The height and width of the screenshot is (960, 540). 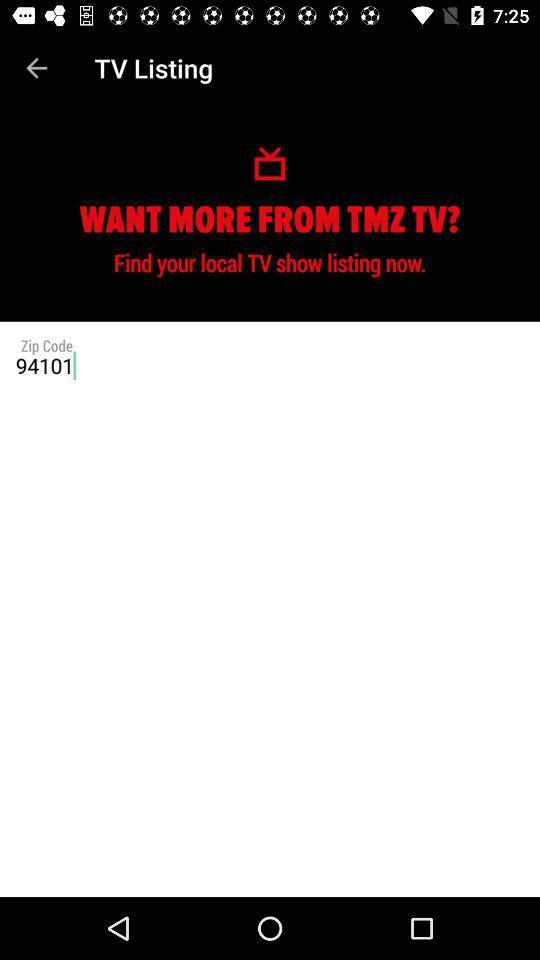 I want to click on the 94101, so click(x=270, y=364).